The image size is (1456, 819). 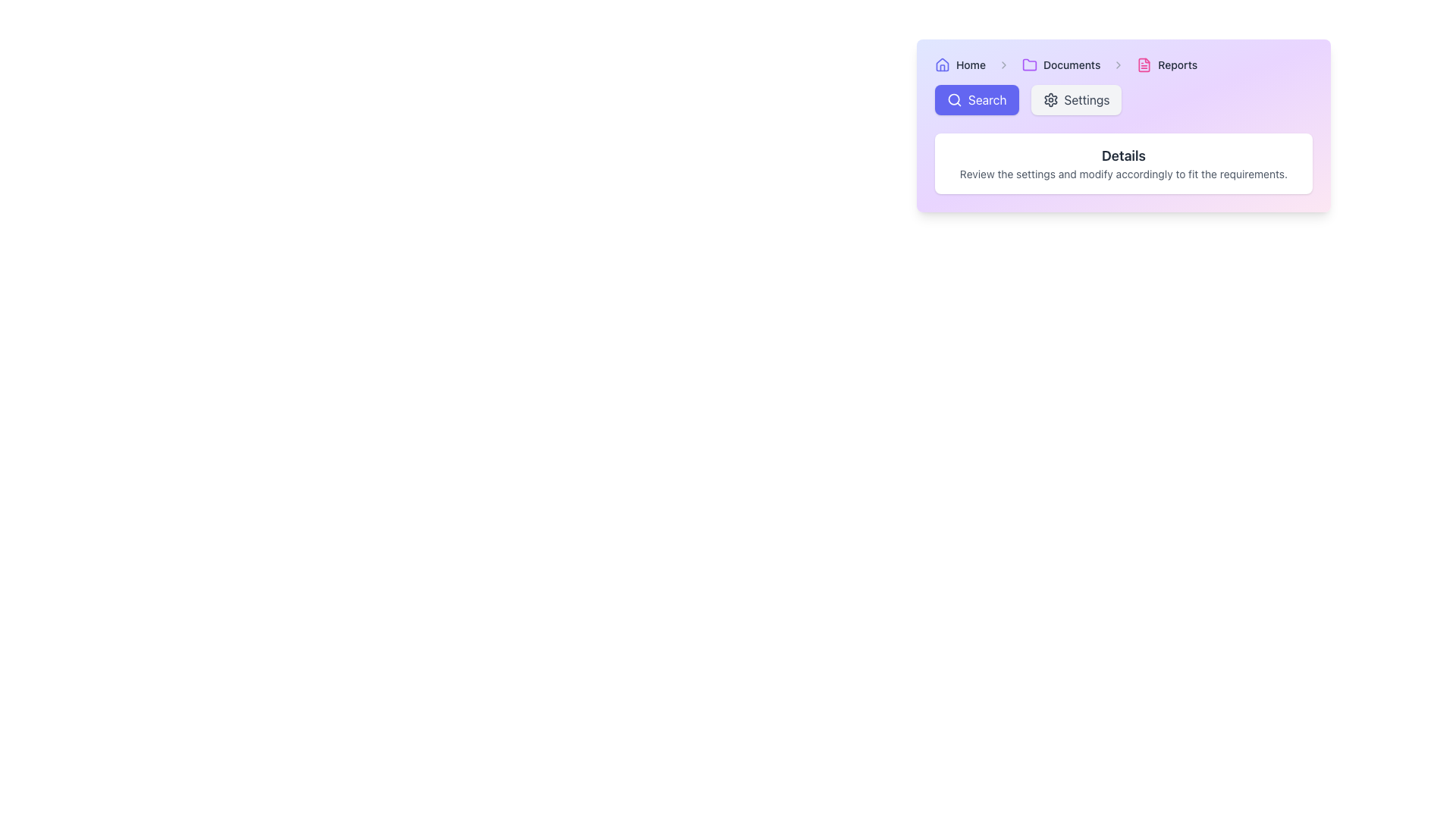 I want to click on the settings button located in the top-right section of the interface to change its background color, so click(x=1075, y=99).